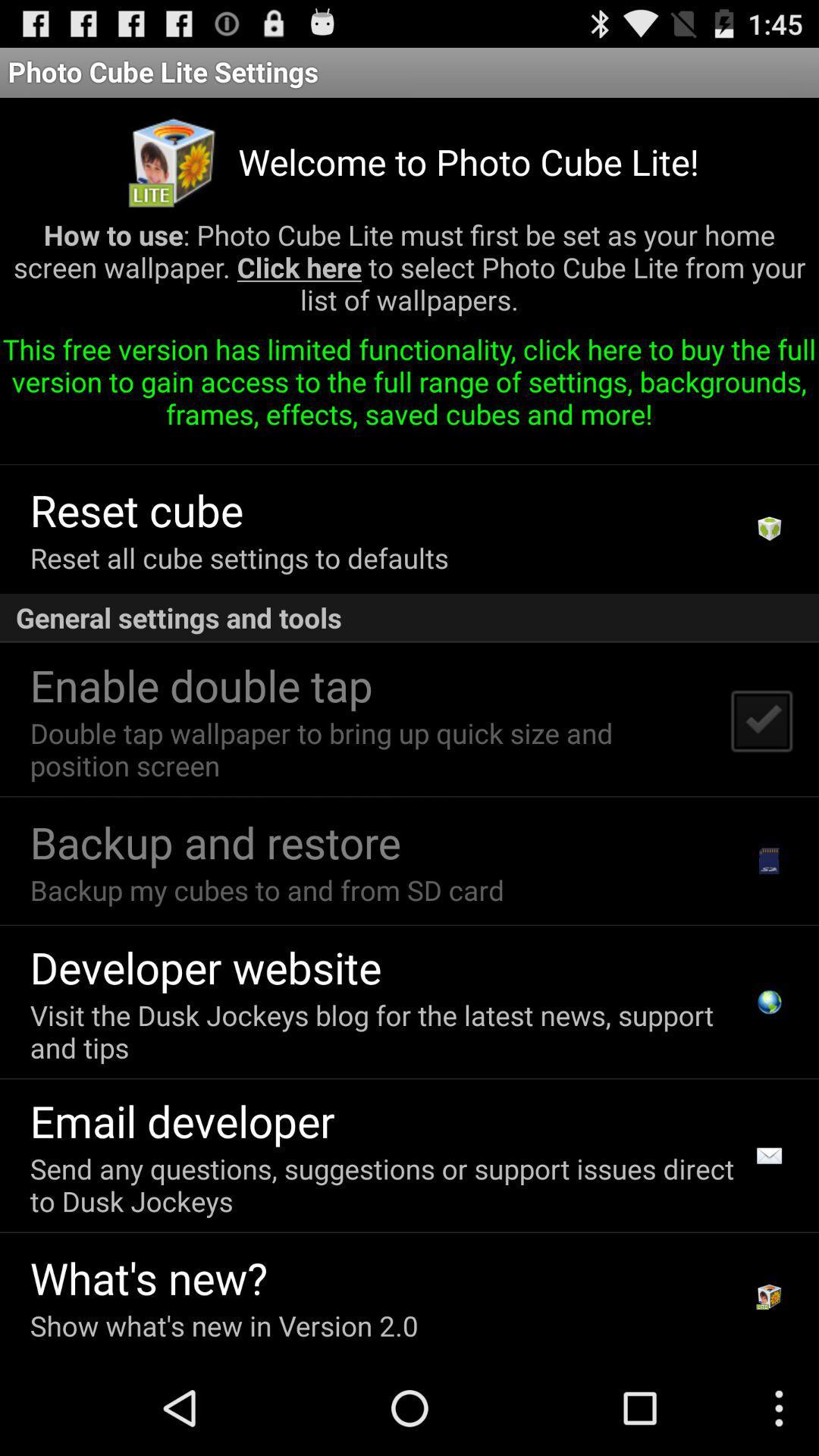 This screenshot has height=1456, width=819. Describe the element at coordinates (409, 388) in the screenshot. I see `app above the send this cube app` at that location.